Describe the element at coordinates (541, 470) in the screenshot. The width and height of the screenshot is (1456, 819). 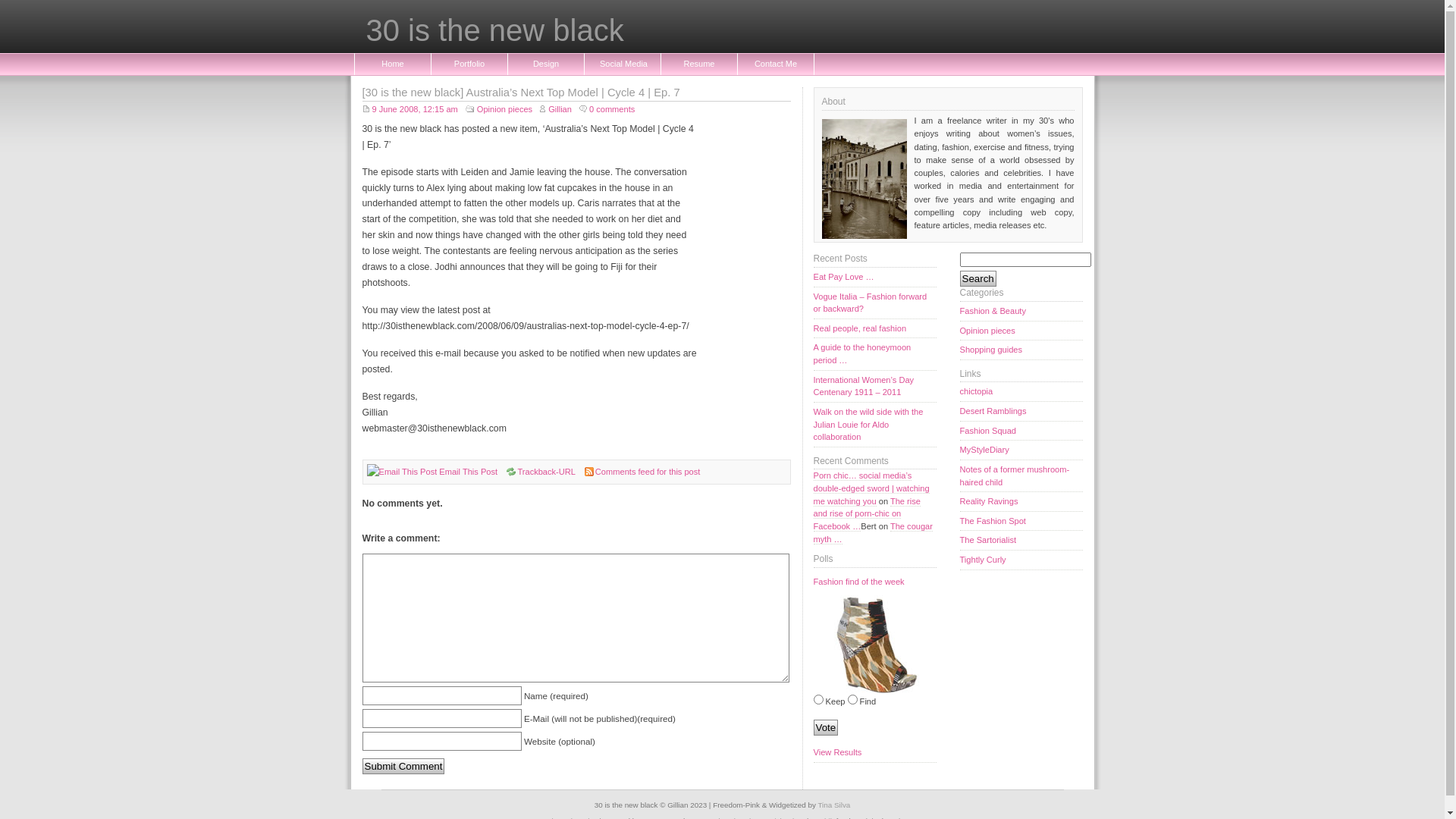
I see `'Trackback-URL'` at that location.